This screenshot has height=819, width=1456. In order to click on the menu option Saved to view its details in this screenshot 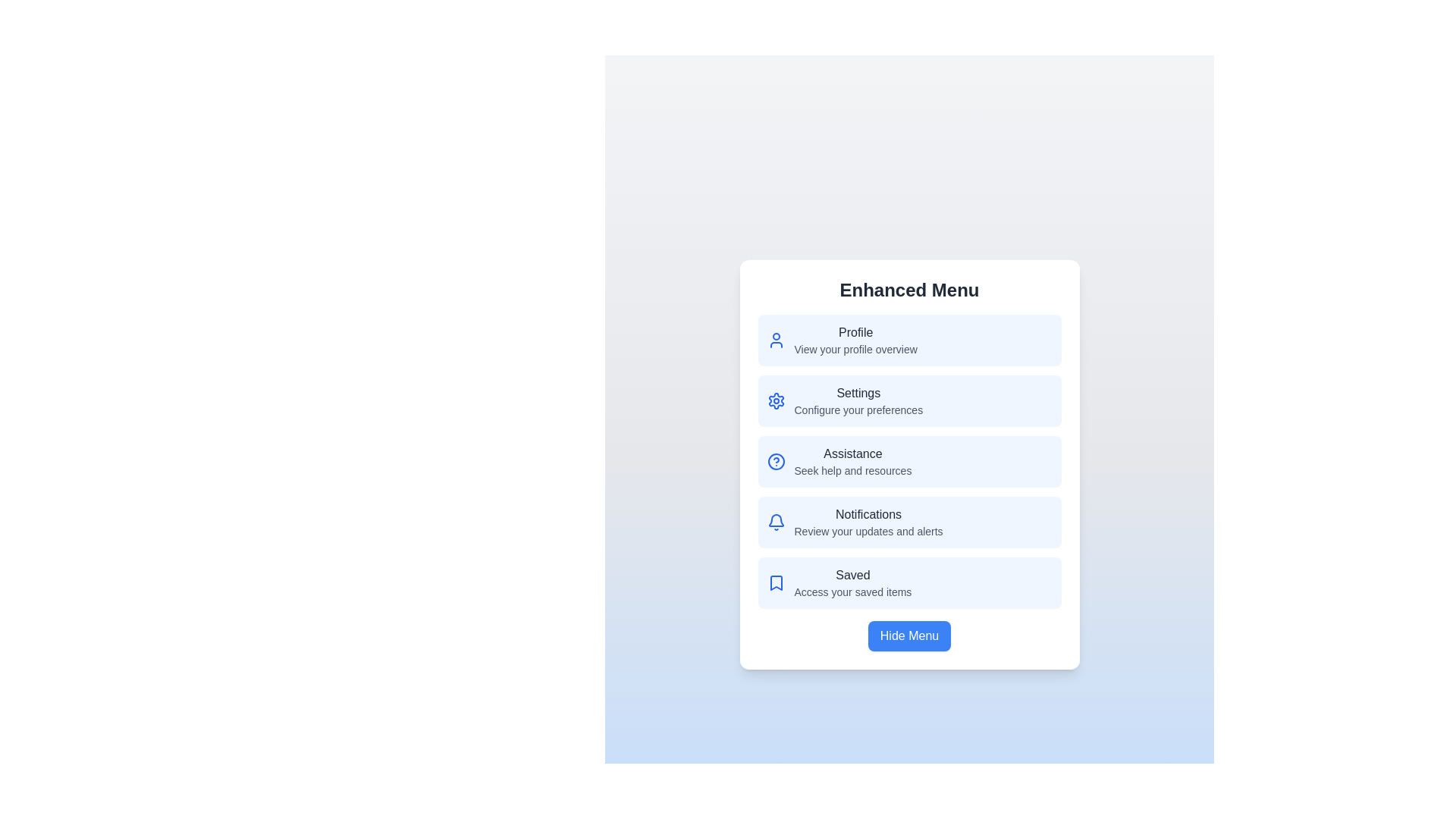, I will do `click(909, 582)`.